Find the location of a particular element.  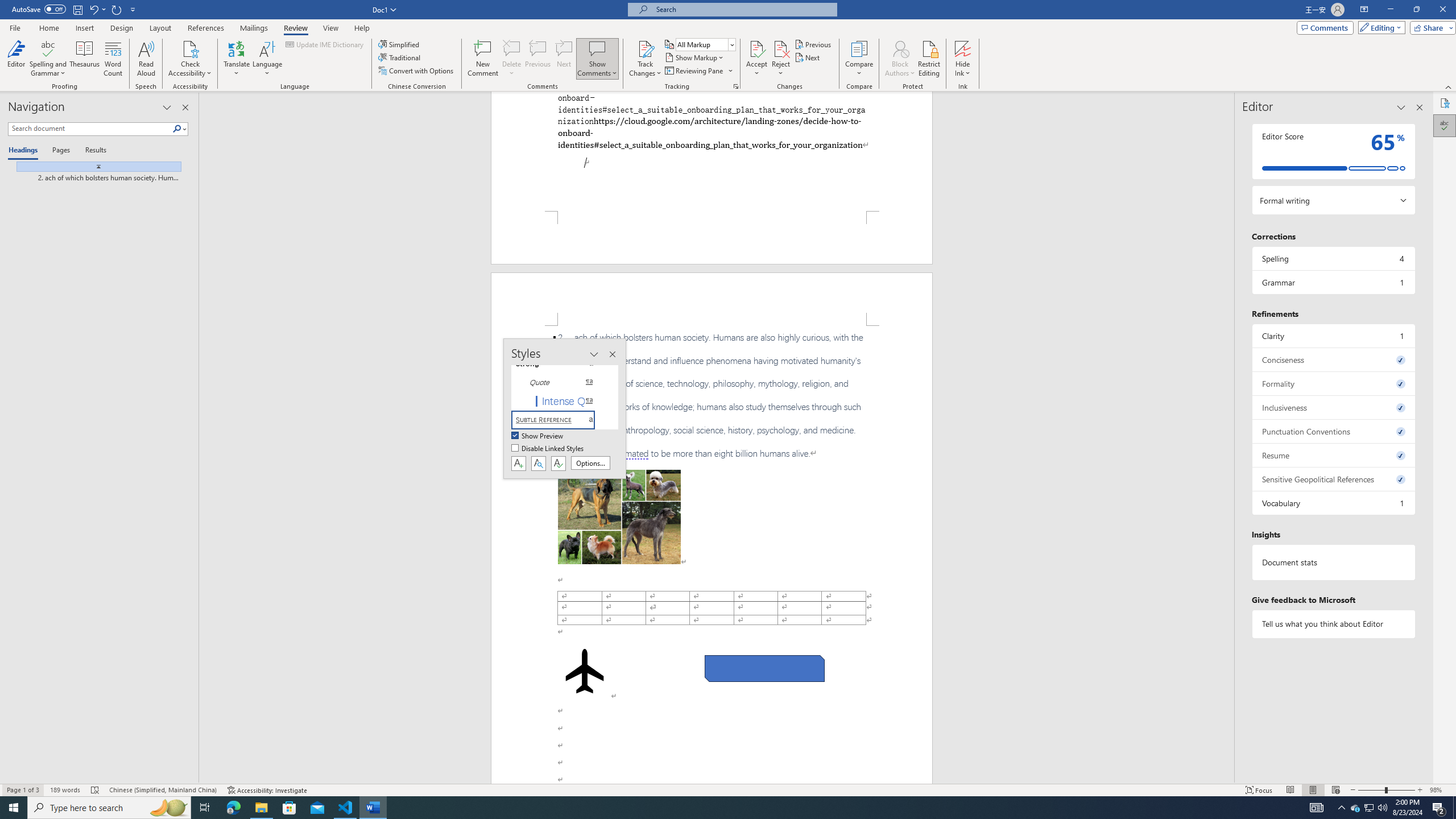

'Reviewing Pane' is located at coordinates (694, 69).